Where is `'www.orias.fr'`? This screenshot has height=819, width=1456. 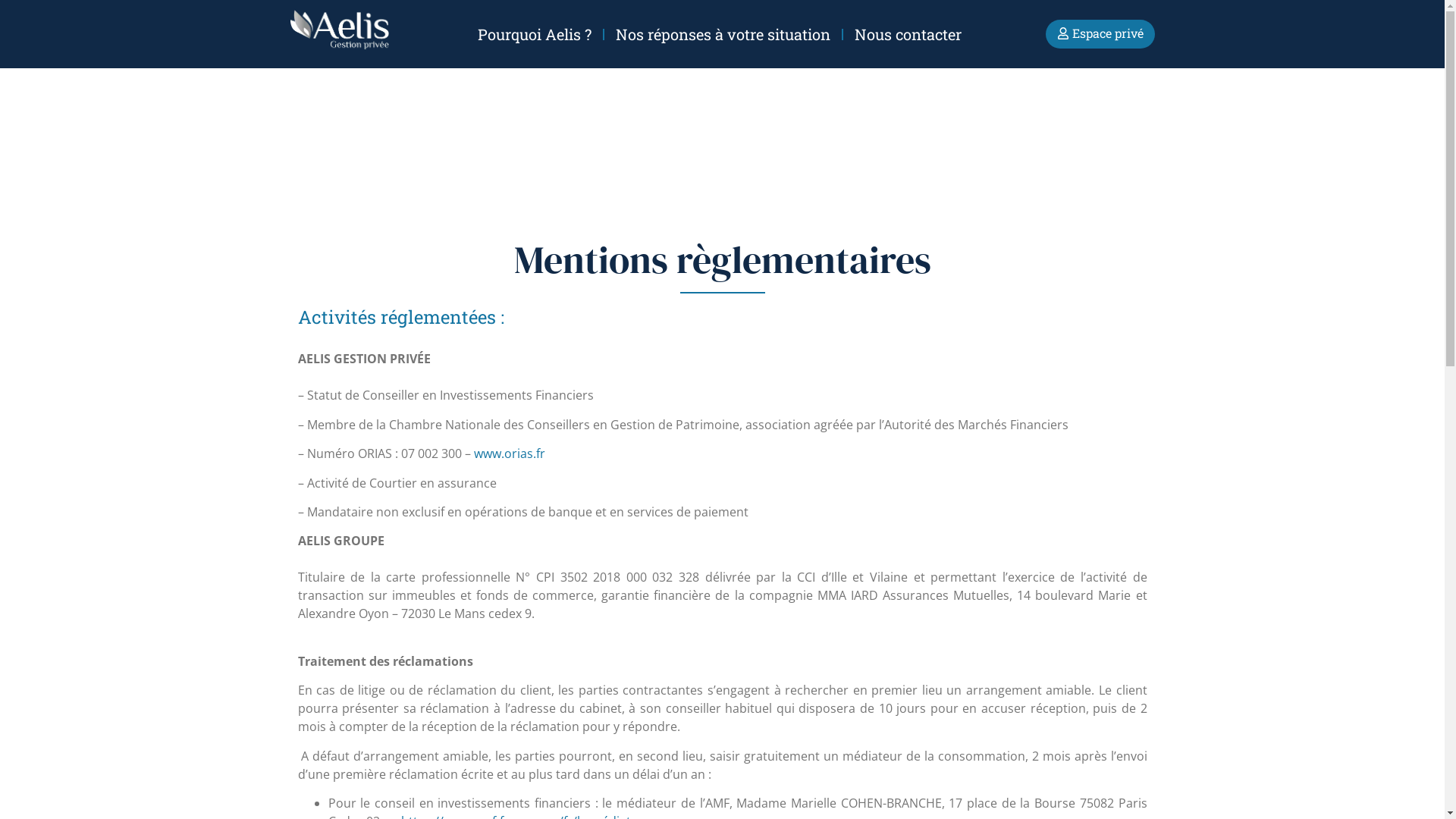 'www.orias.fr' is located at coordinates (509, 452).